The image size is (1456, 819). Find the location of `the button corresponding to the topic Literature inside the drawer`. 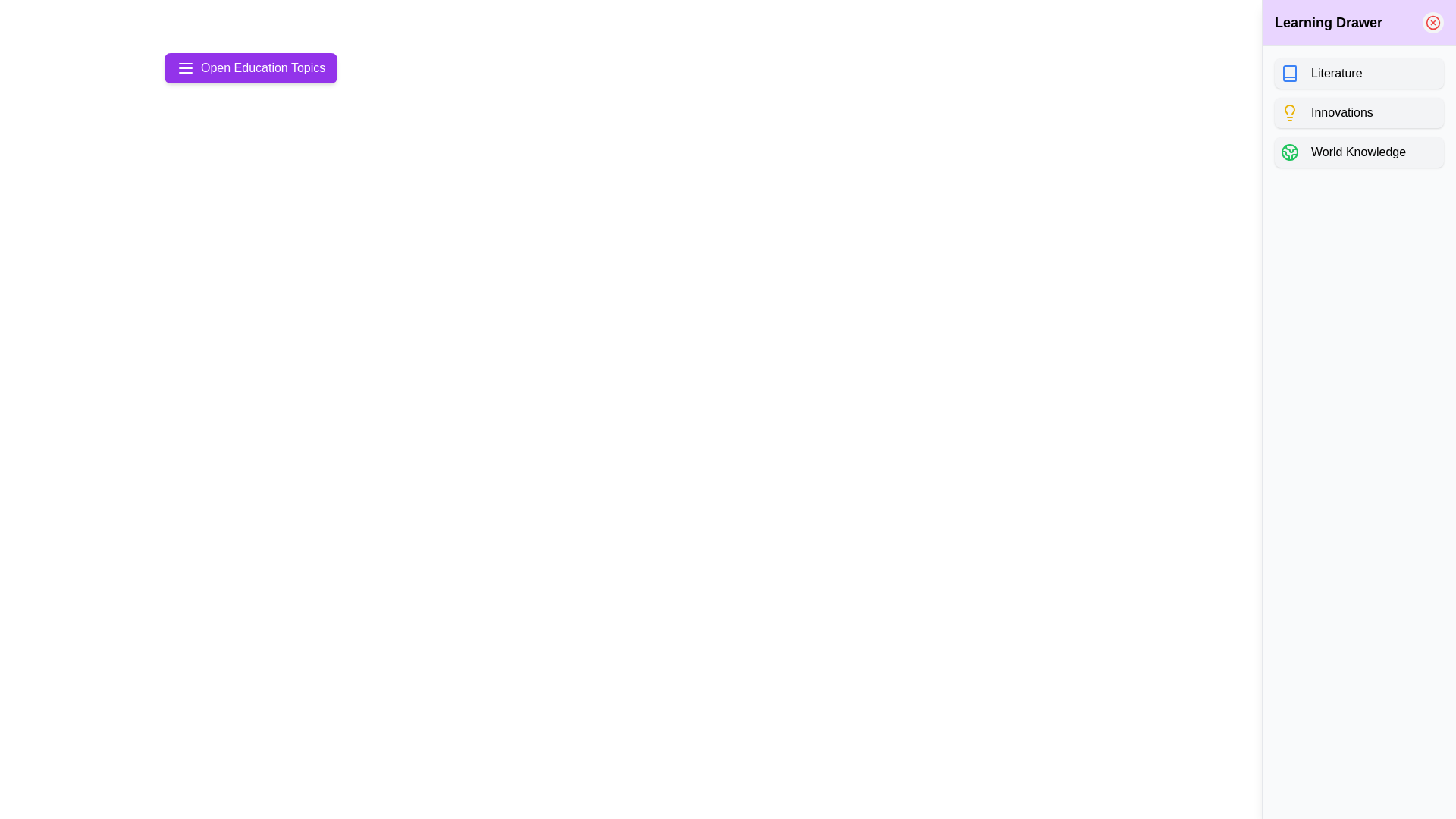

the button corresponding to the topic Literature inside the drawer is located at coordinates (1359, 73).